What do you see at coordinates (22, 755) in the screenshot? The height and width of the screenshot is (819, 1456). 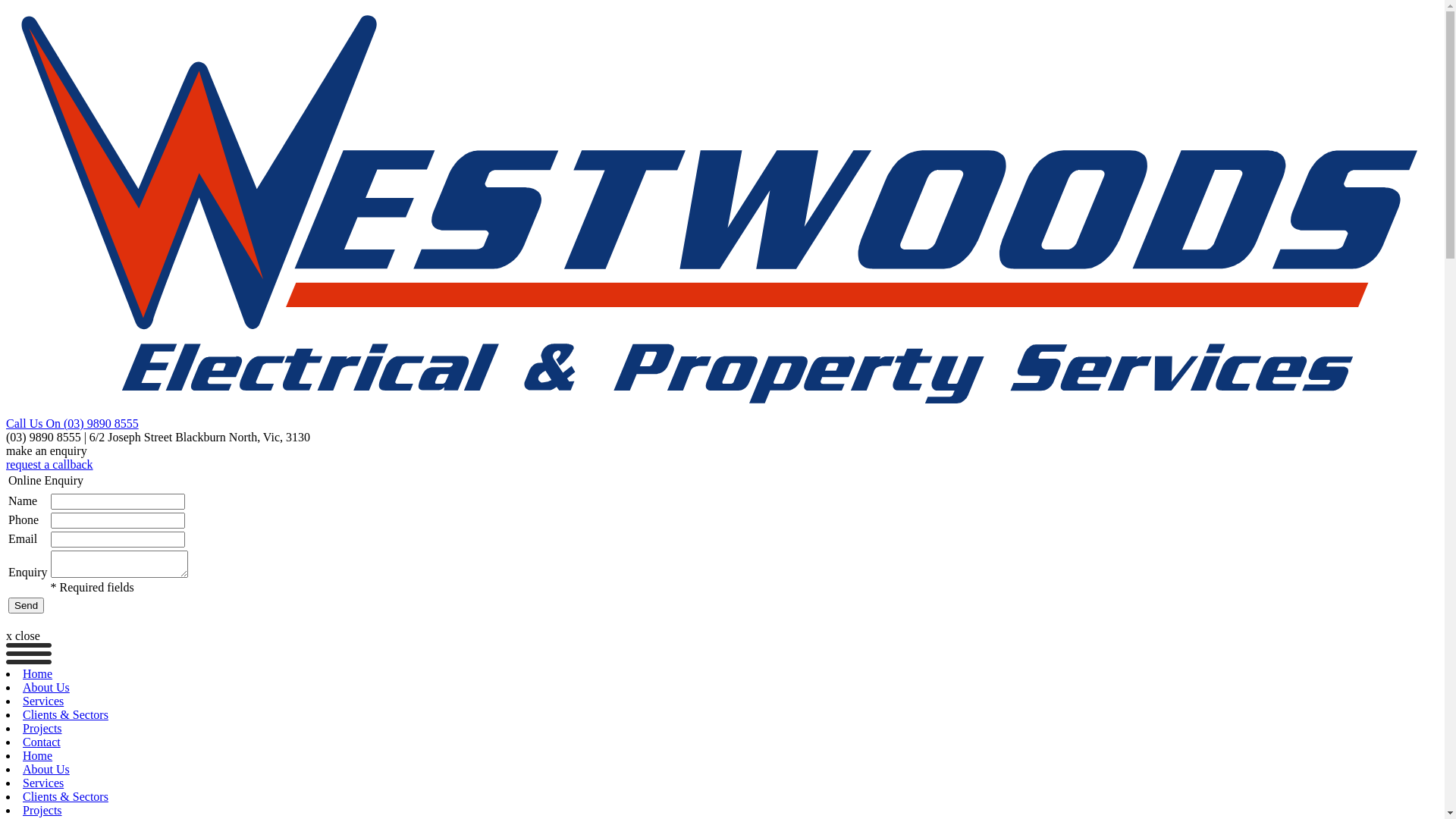 I see `'Home'` at bounding box center [22, 755].